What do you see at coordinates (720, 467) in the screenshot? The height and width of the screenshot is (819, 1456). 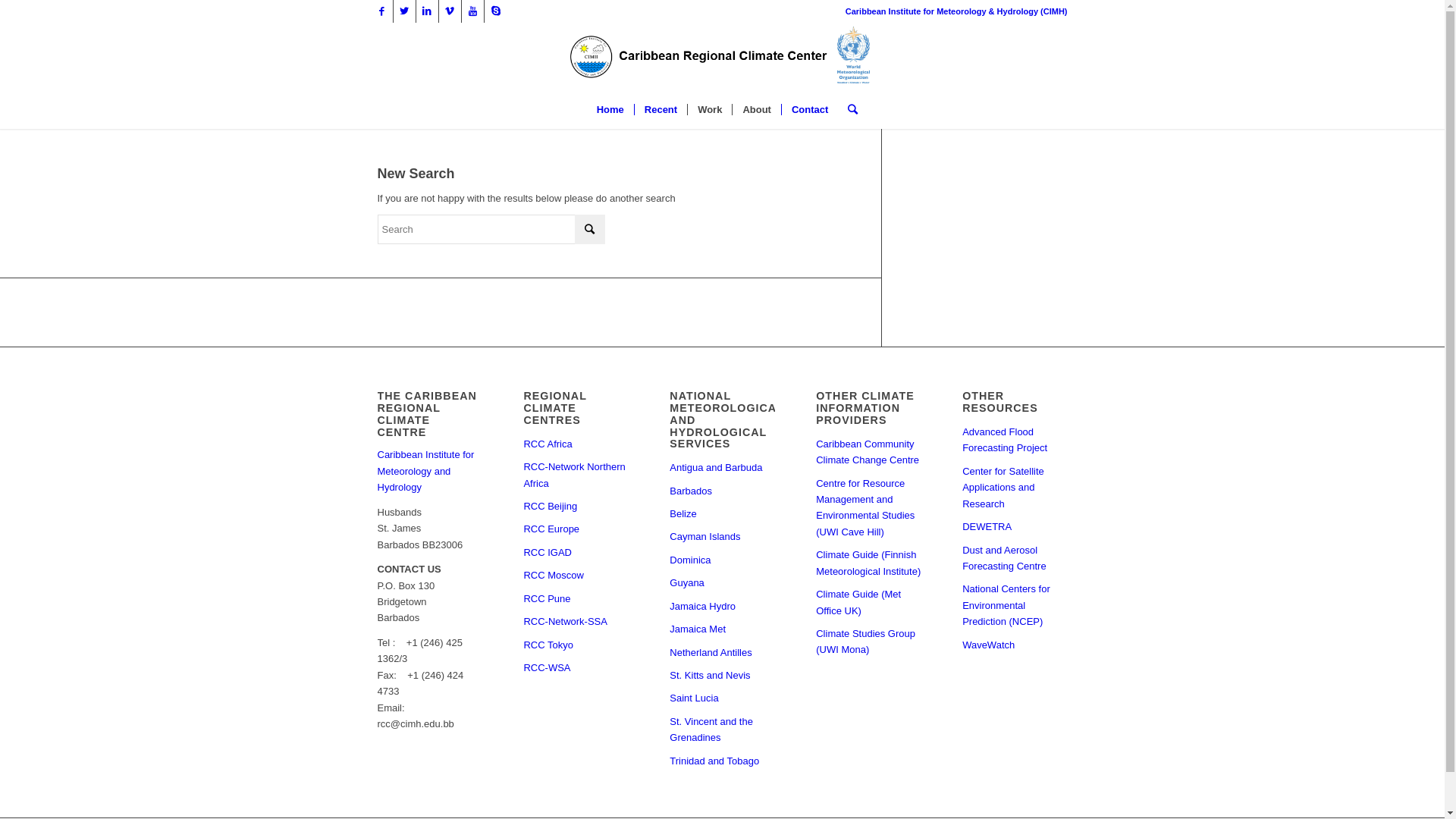 I see `'Antigua and Barbuda'` at bounding box center [720, 467].